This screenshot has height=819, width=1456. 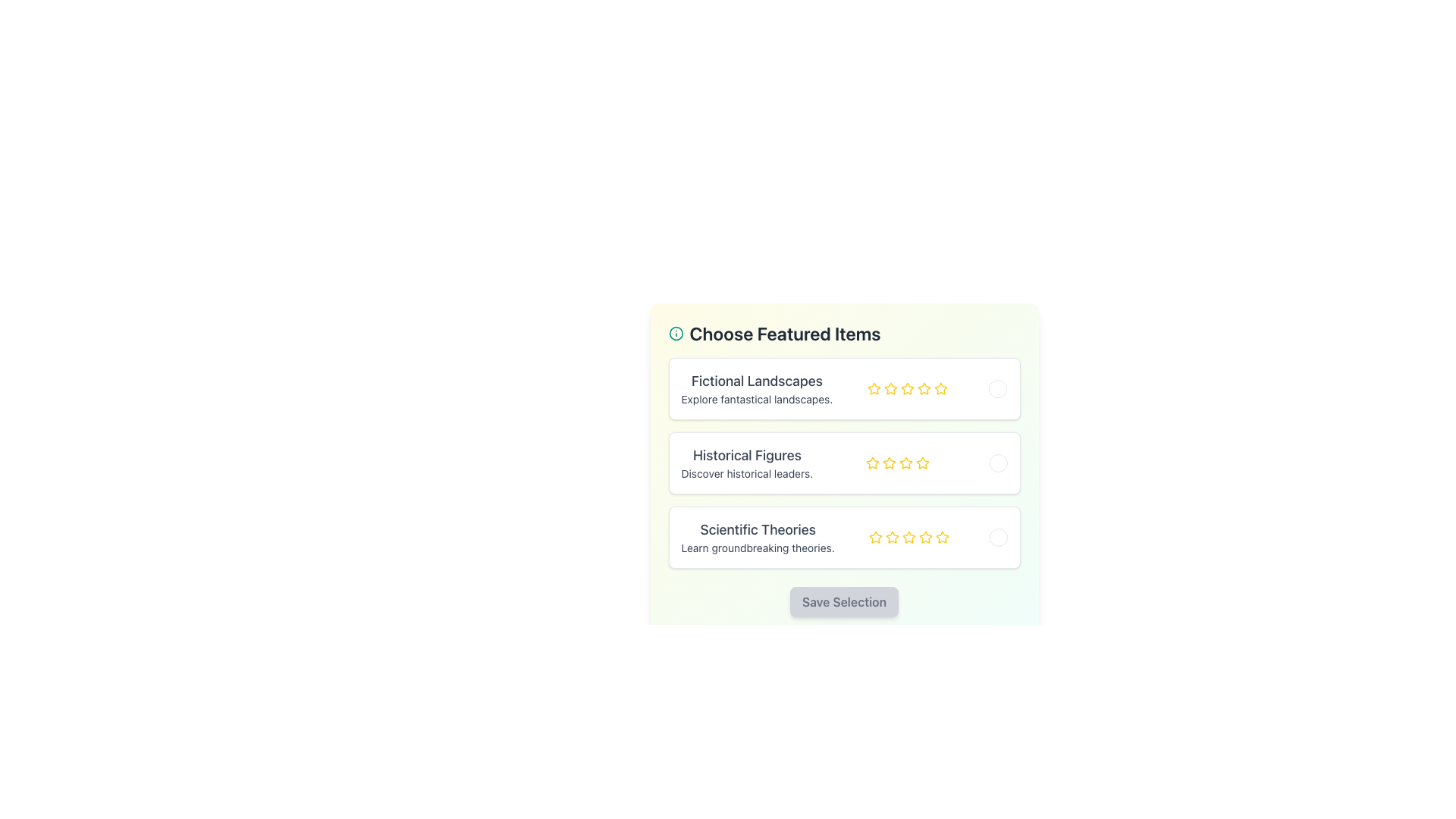 What do you see at coordinates (843, 537) in the screenshot?
I see `the 'Scientific Theories' card, which is the third interactive option in the vertically stacked group of cards under 'Choose Featured Items'` at bounding box center [843, 537].